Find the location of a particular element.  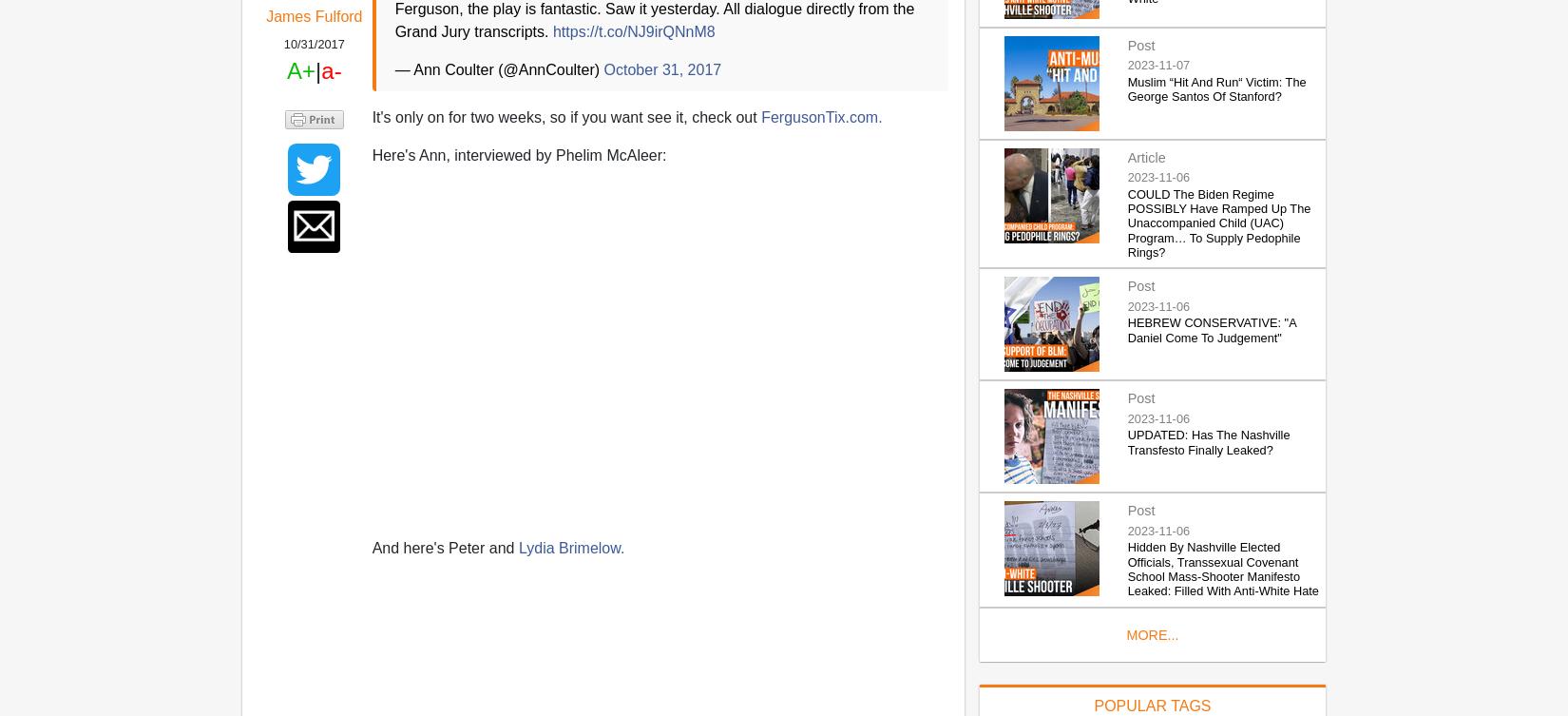

'A+' is located at coordinates (300, 70).